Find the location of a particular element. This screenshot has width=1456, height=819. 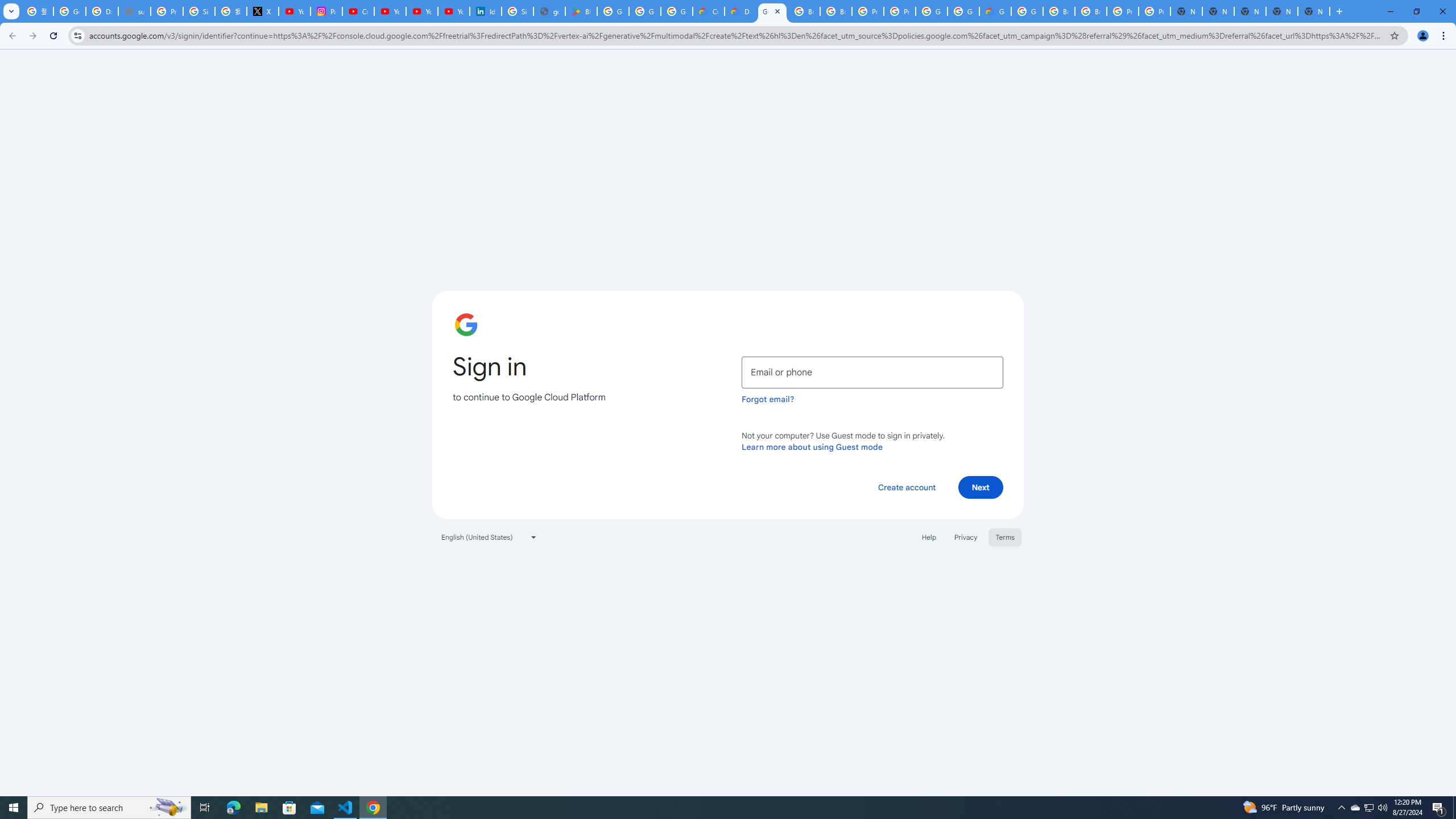

'Email or phone' is located at coordinates (872, 372).